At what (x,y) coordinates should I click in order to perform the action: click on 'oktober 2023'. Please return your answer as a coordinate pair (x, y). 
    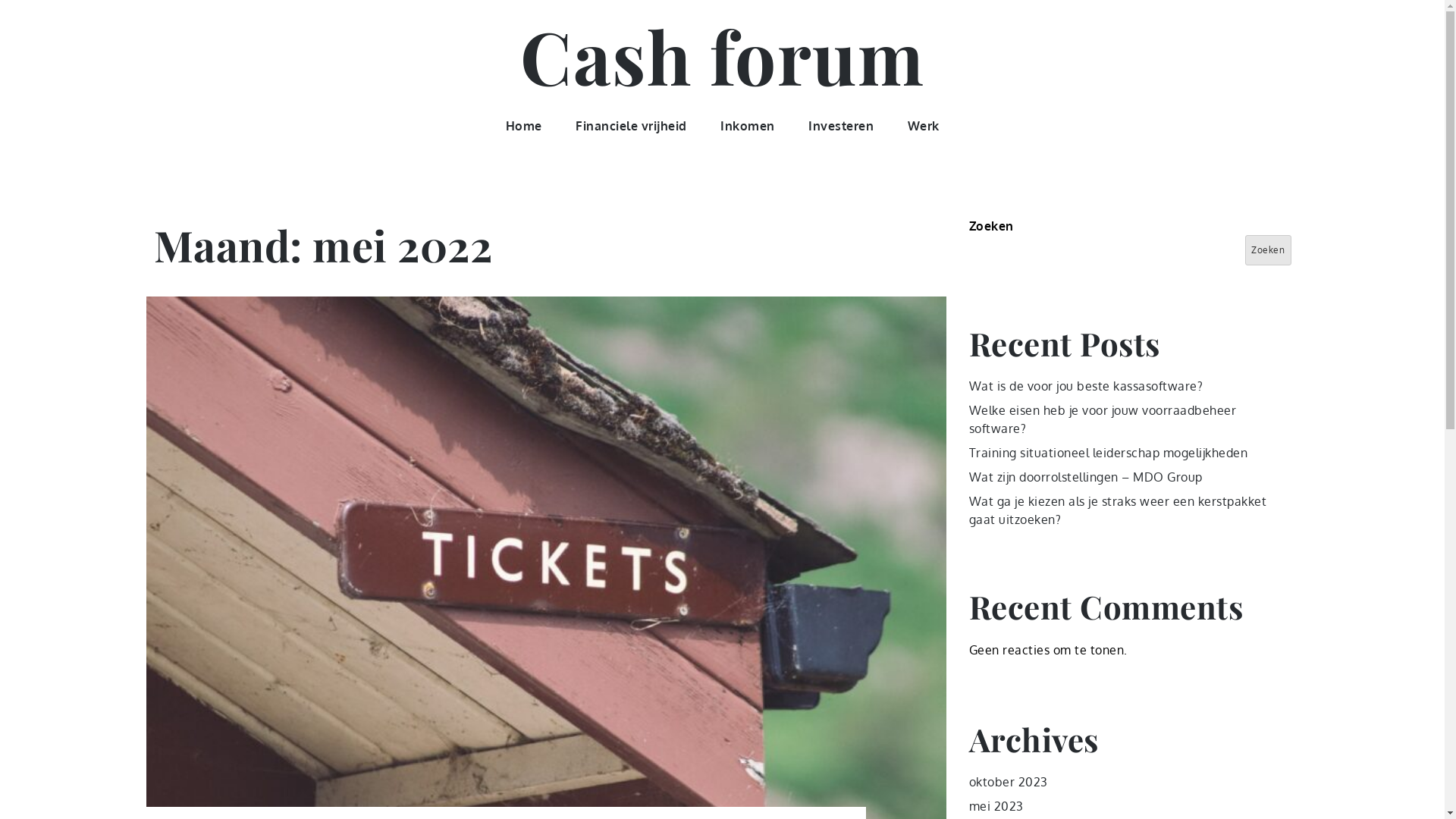
    Looking at the image, I should click on (1008, 781).